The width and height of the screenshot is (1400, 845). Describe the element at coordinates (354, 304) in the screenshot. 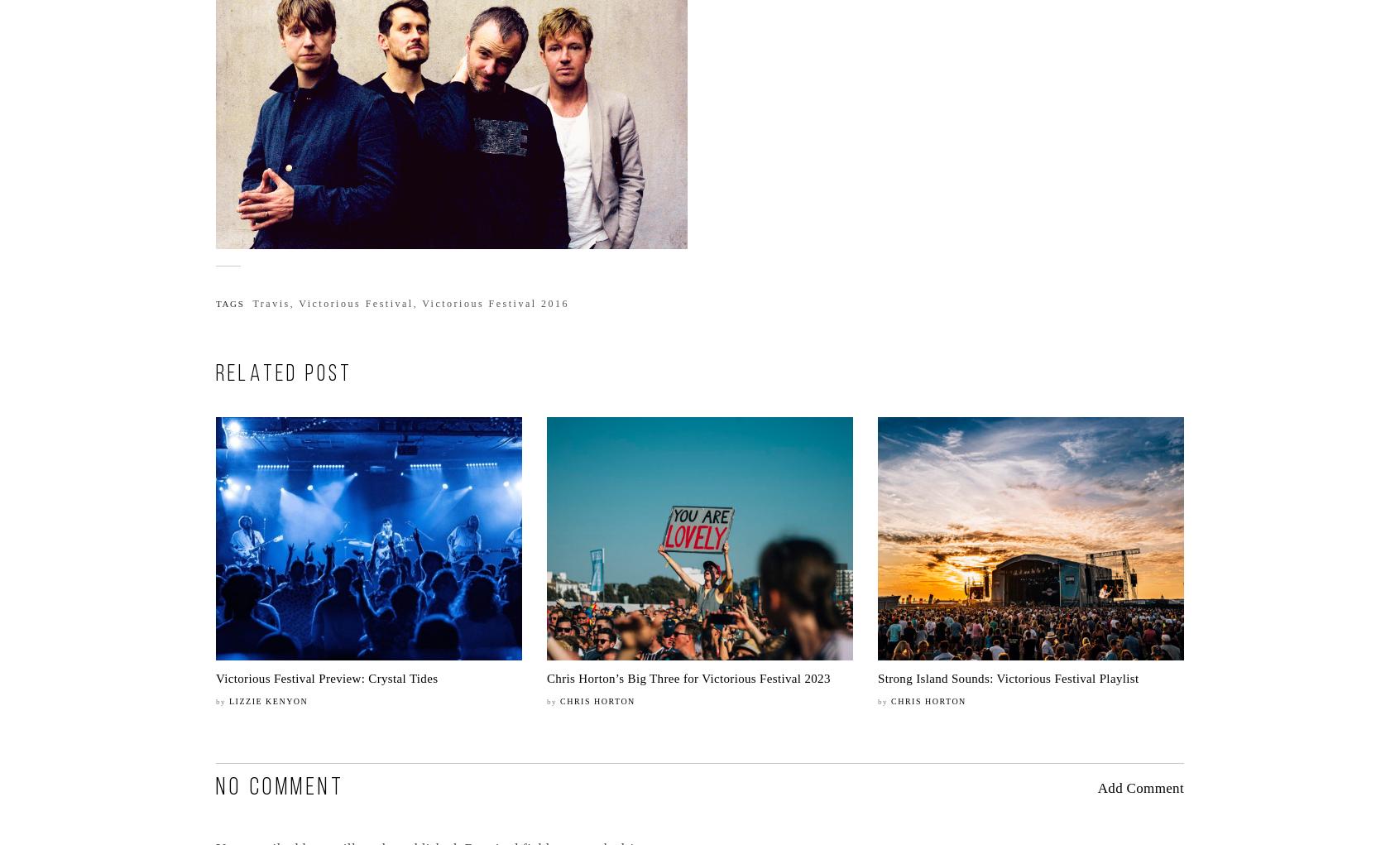

I see `'Victorious Festival'` at that location.